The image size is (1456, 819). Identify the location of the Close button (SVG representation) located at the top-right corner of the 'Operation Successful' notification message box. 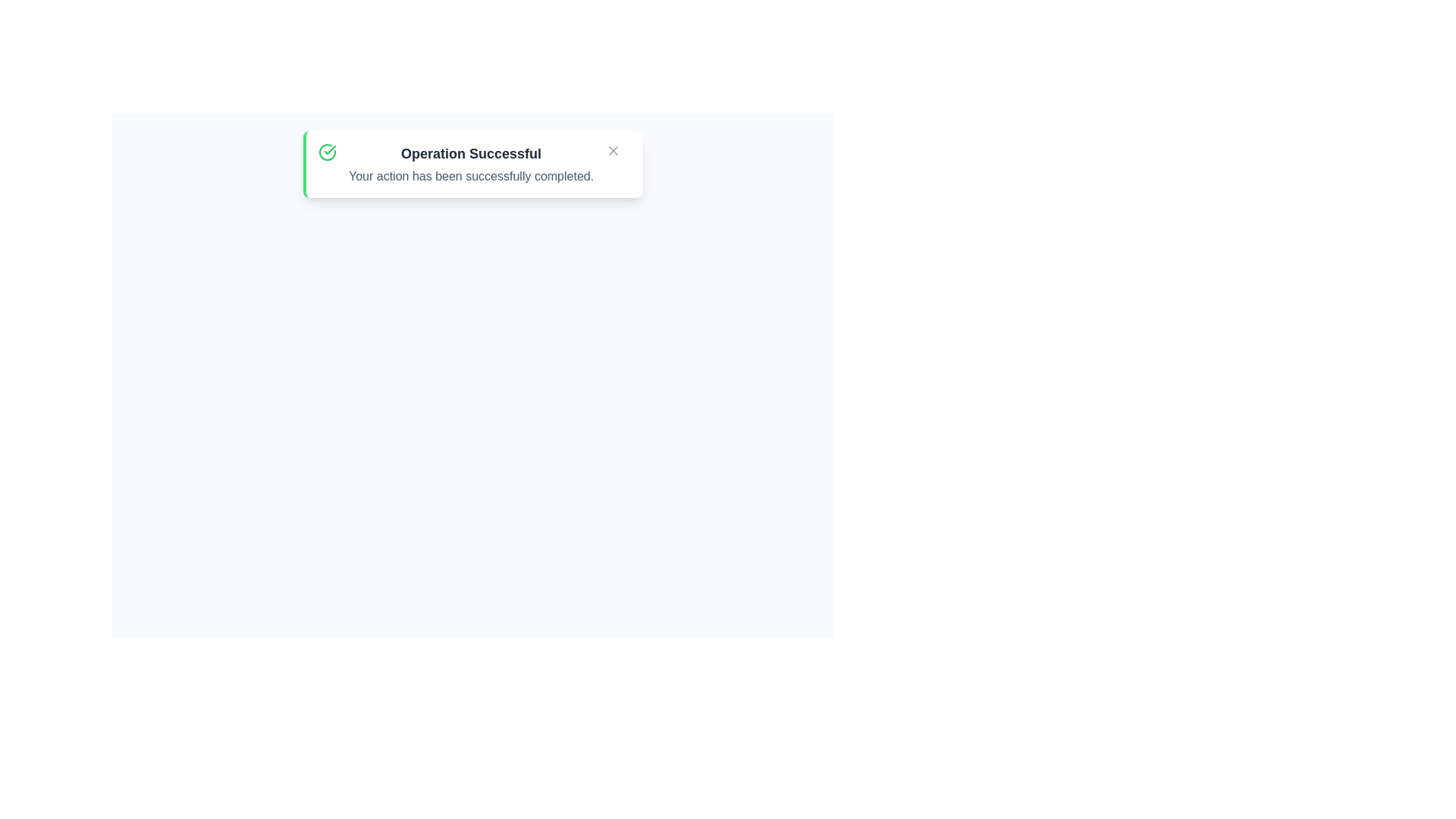
(613, 151).